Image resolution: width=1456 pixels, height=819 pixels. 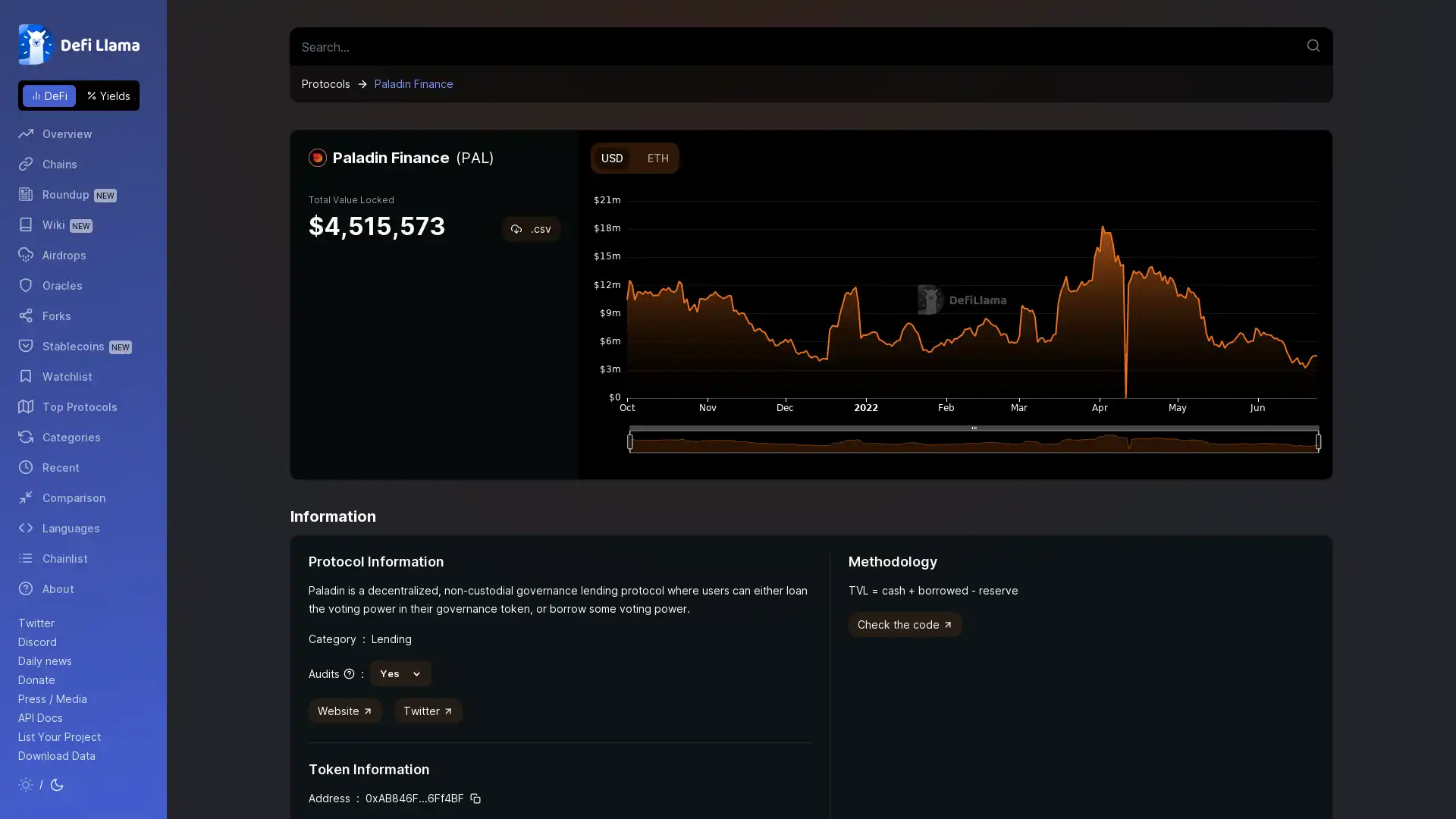 I want to click on Enable Goblin Mode bobo cheers, so click(x=1313, y=145).